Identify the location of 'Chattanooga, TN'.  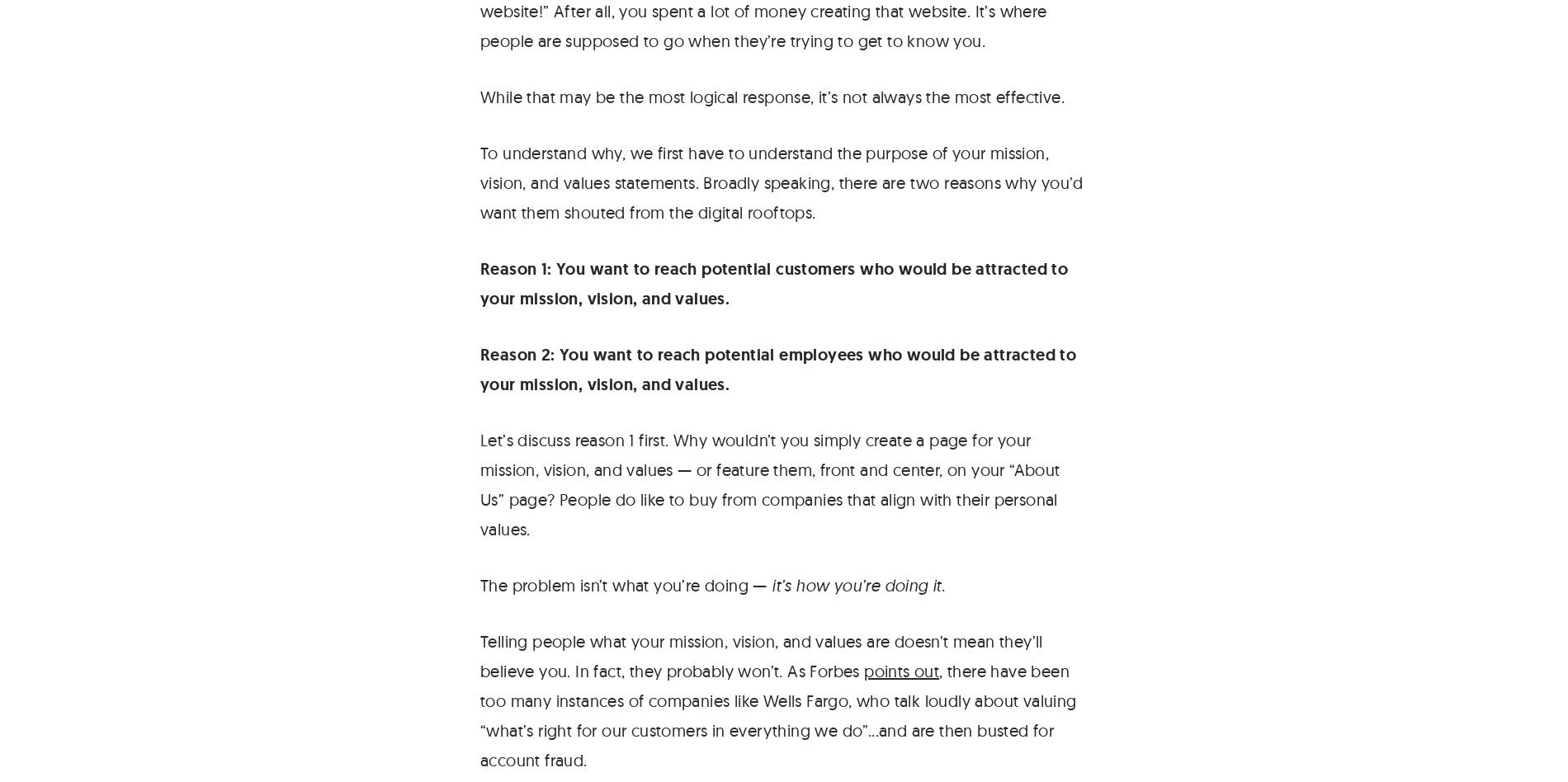
(1457, 249).